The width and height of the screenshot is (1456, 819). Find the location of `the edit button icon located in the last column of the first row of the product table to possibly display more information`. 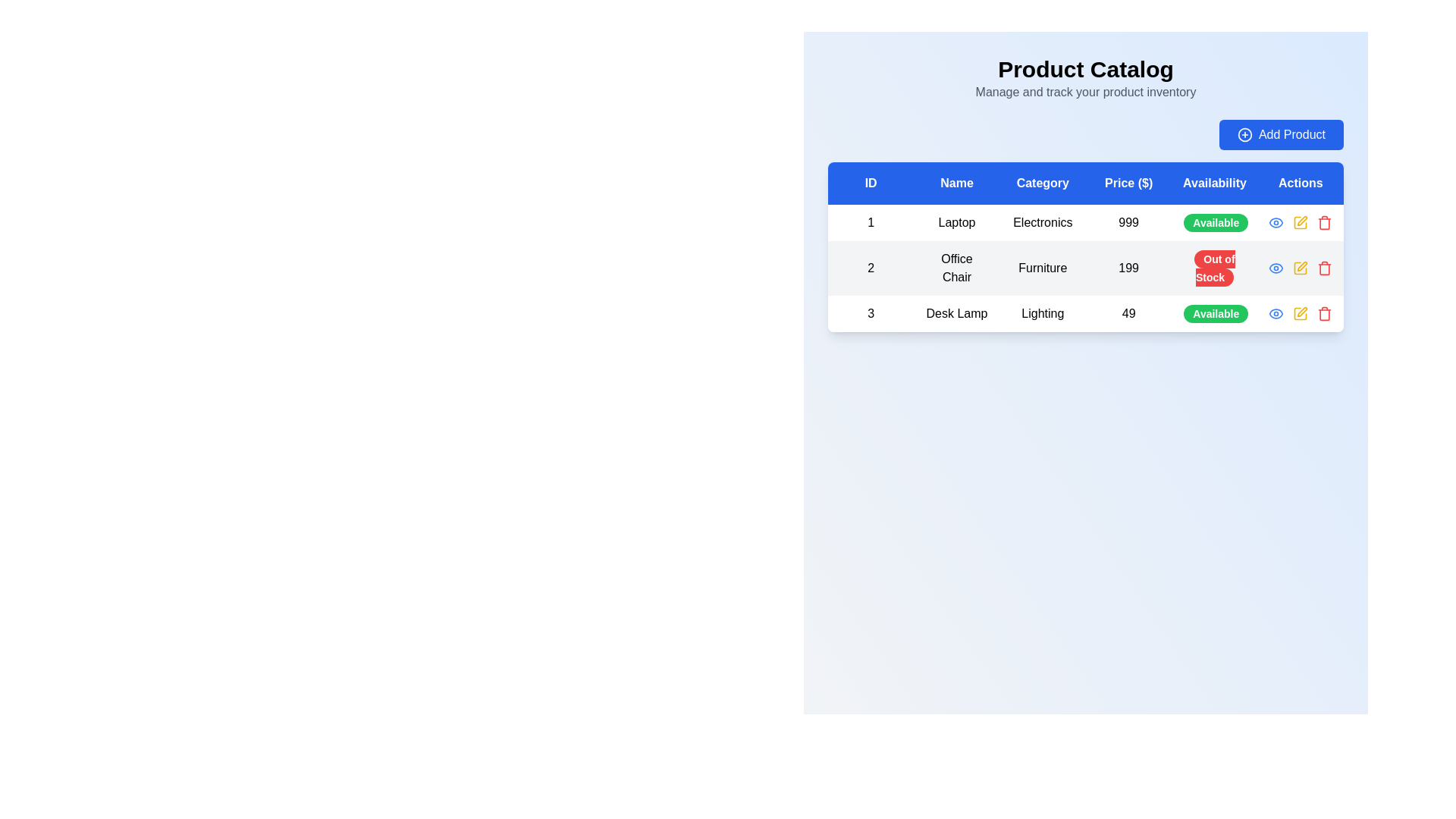

the edit button icon located in the last column of the first row of the product table to possibly display more information is located at coordinates (1300, 222).